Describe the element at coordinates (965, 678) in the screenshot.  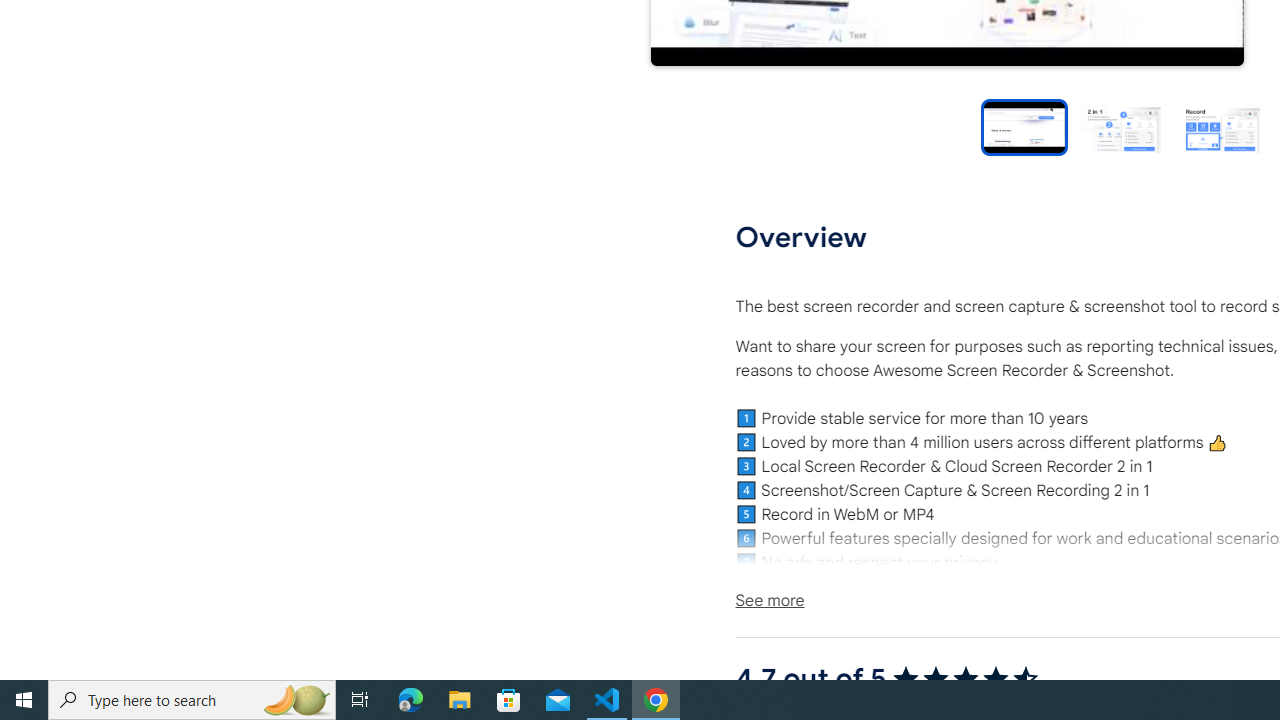
I see `'4.7 out of 5 stars'` at that location.